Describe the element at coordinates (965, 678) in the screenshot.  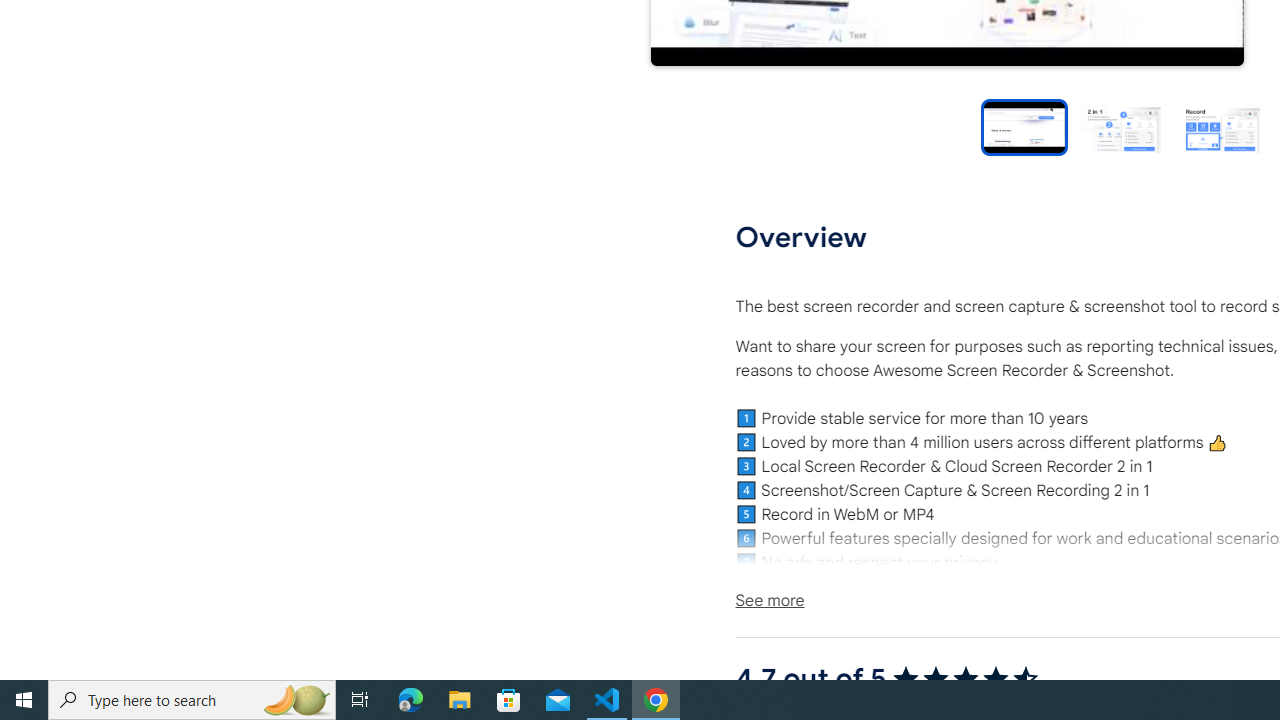
I see `'4.7 out of 5 stars'` at that location.